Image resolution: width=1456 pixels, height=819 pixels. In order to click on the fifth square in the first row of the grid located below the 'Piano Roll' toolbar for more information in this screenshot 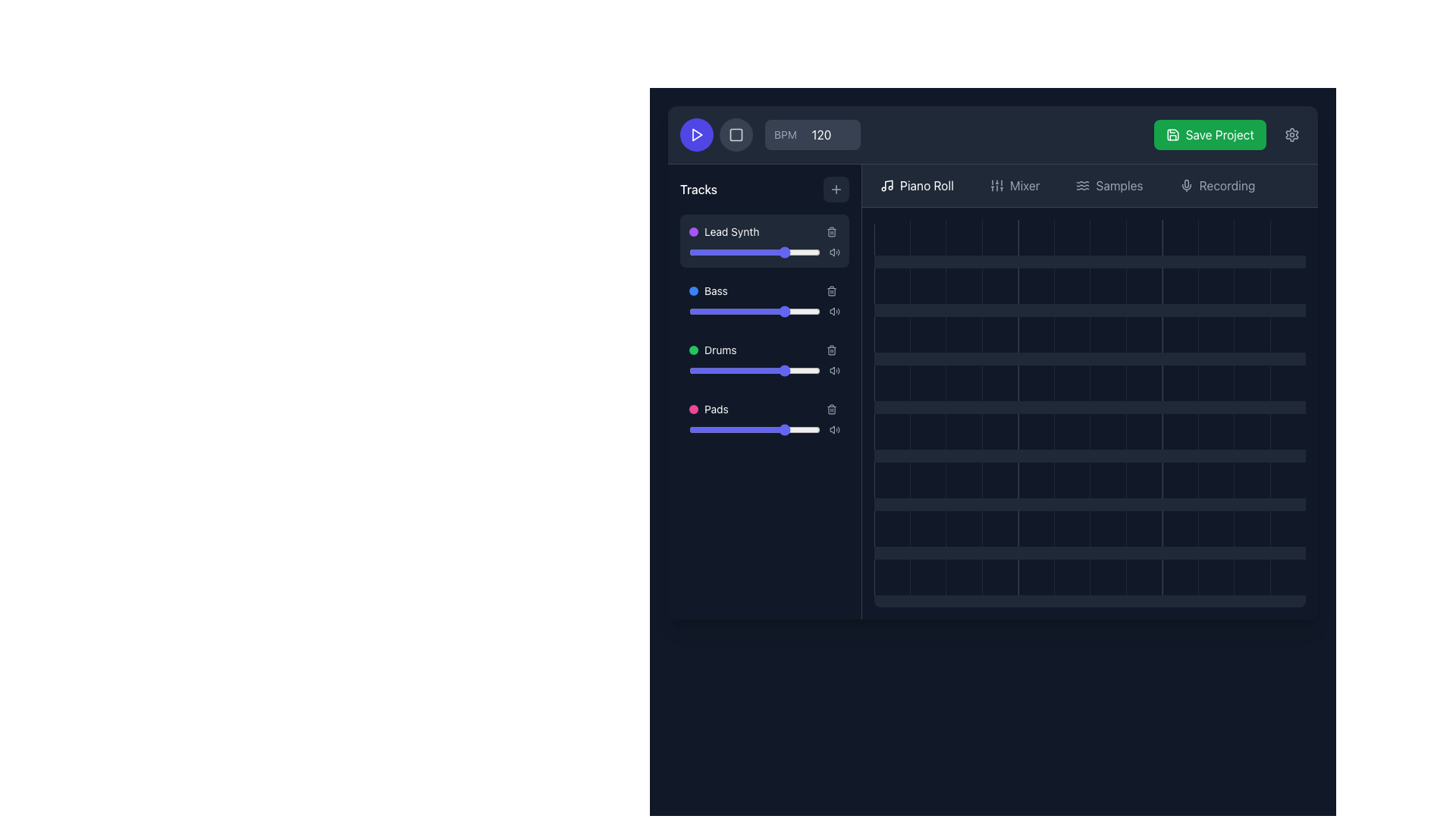, I will do `click(1035, 237)`.